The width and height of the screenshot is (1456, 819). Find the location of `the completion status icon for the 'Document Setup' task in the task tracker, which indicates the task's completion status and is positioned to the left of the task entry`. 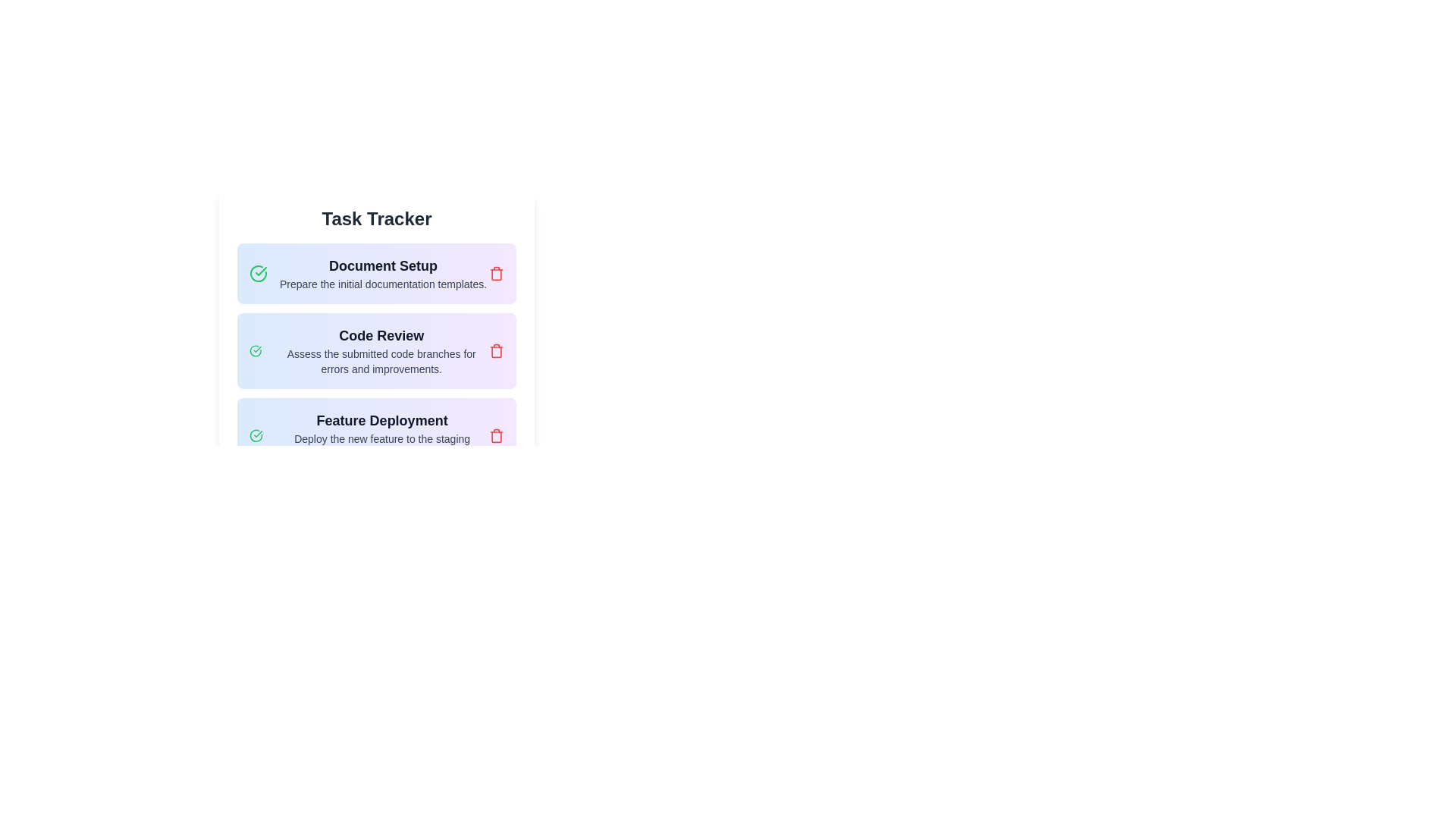

the completion status icon for the 'Document Setup' task in the task tracker, which indicates the task's completion status and is positioned to the left of the task entry is located at coordinates (258, 274).